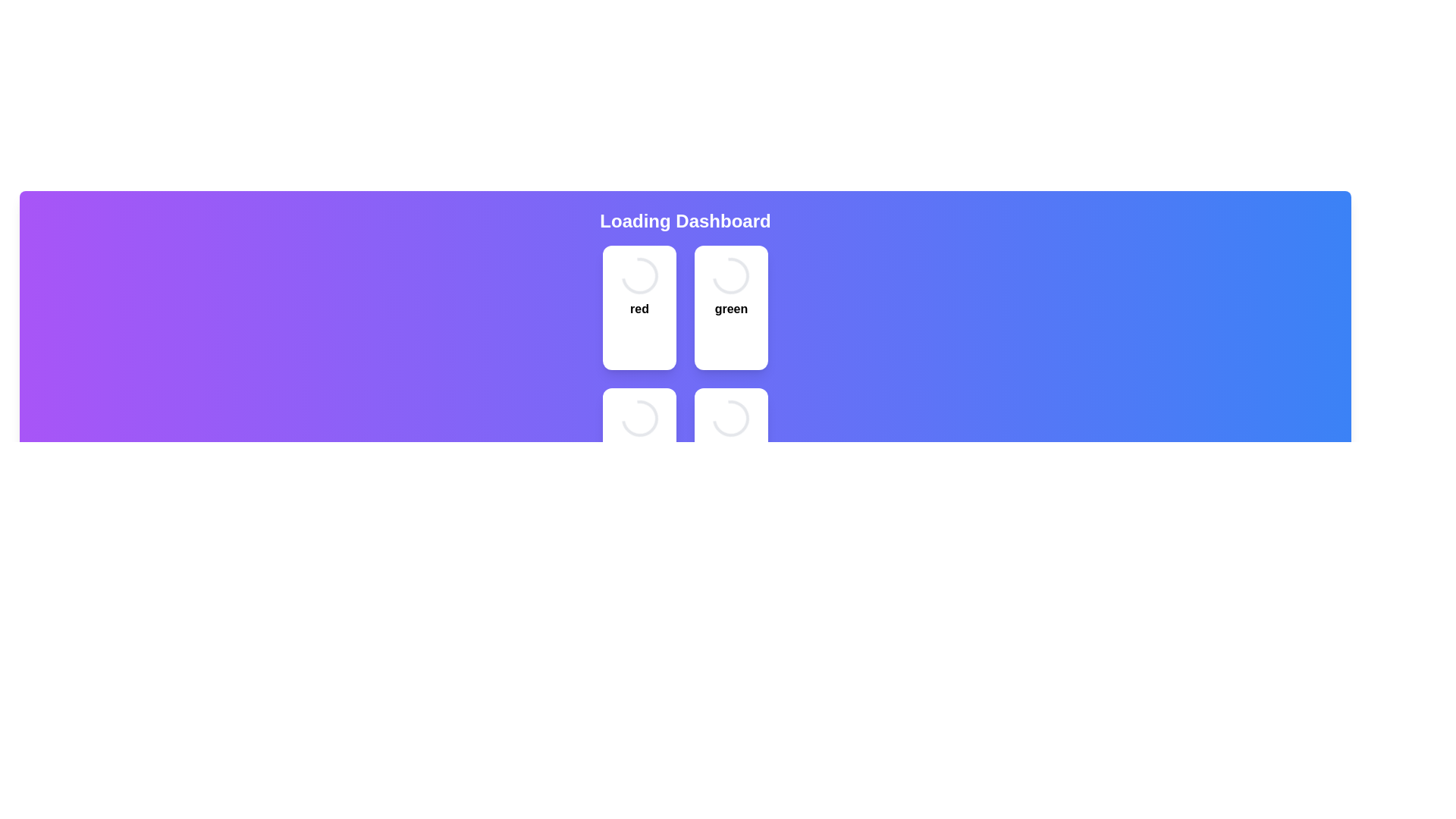  What do you see at coordinates (684, 221) in the screenshot?
I see `the heading text 'Loading Dashboard' styled in bold white font` at bounding box center [684, 221].